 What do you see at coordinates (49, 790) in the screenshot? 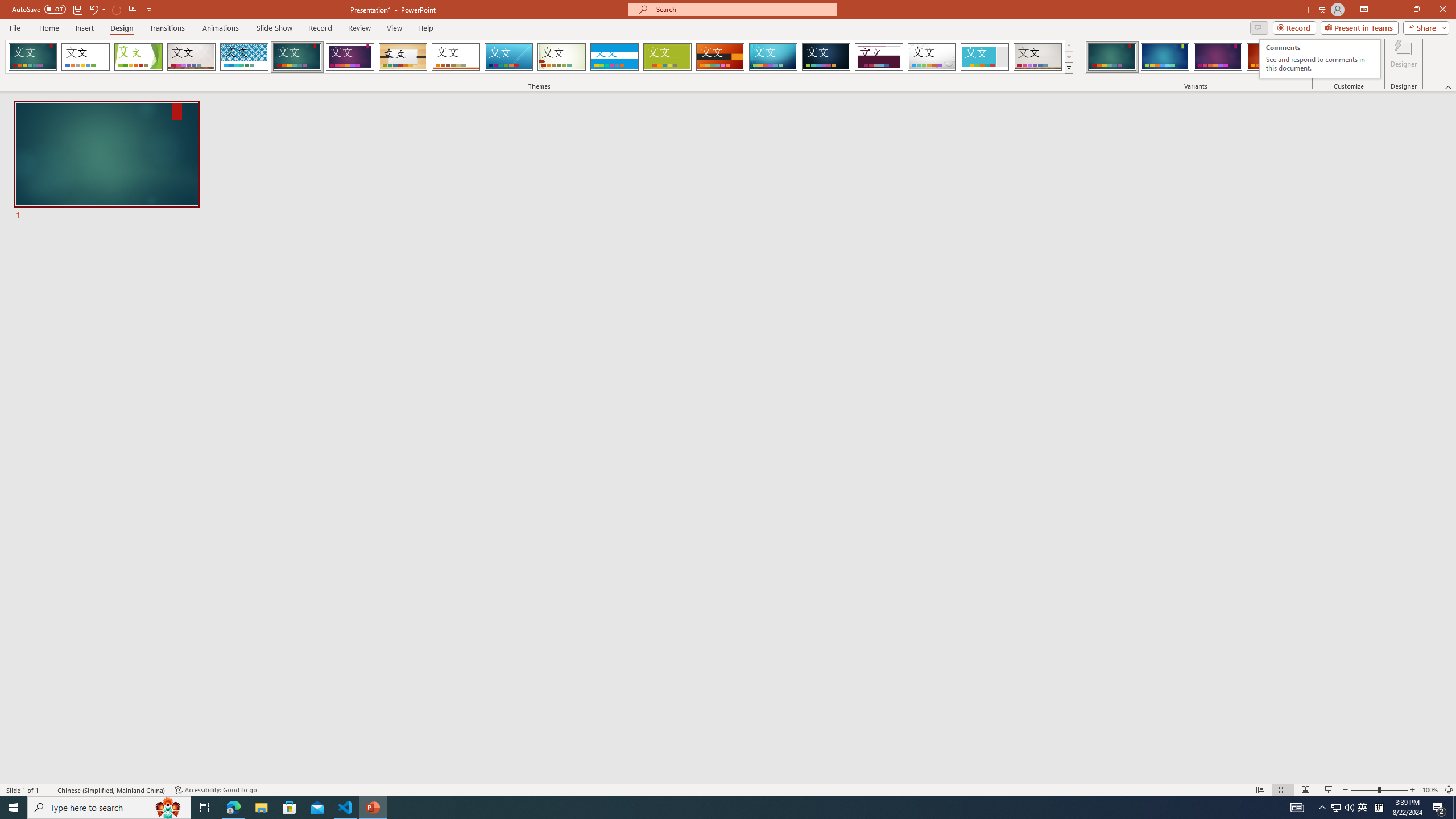
I see `'Spell Check '` at bounding box center [49, 790].